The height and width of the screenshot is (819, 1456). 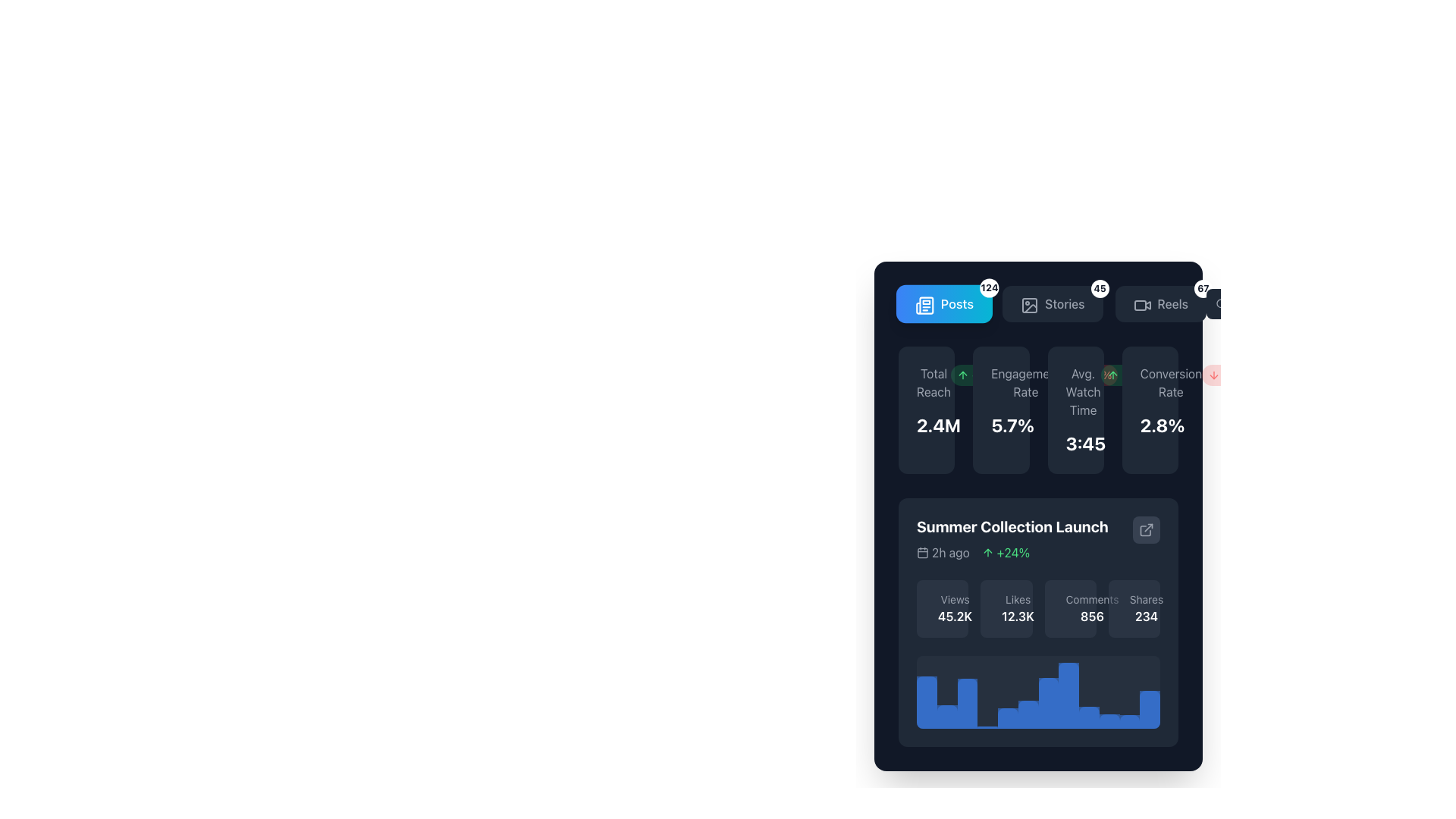 What do you see at coordinates (924, 306) in the screenshot?
I see `the newspaper icon button located in the navigation bar at the top-left` at bounding box center [924, 306].